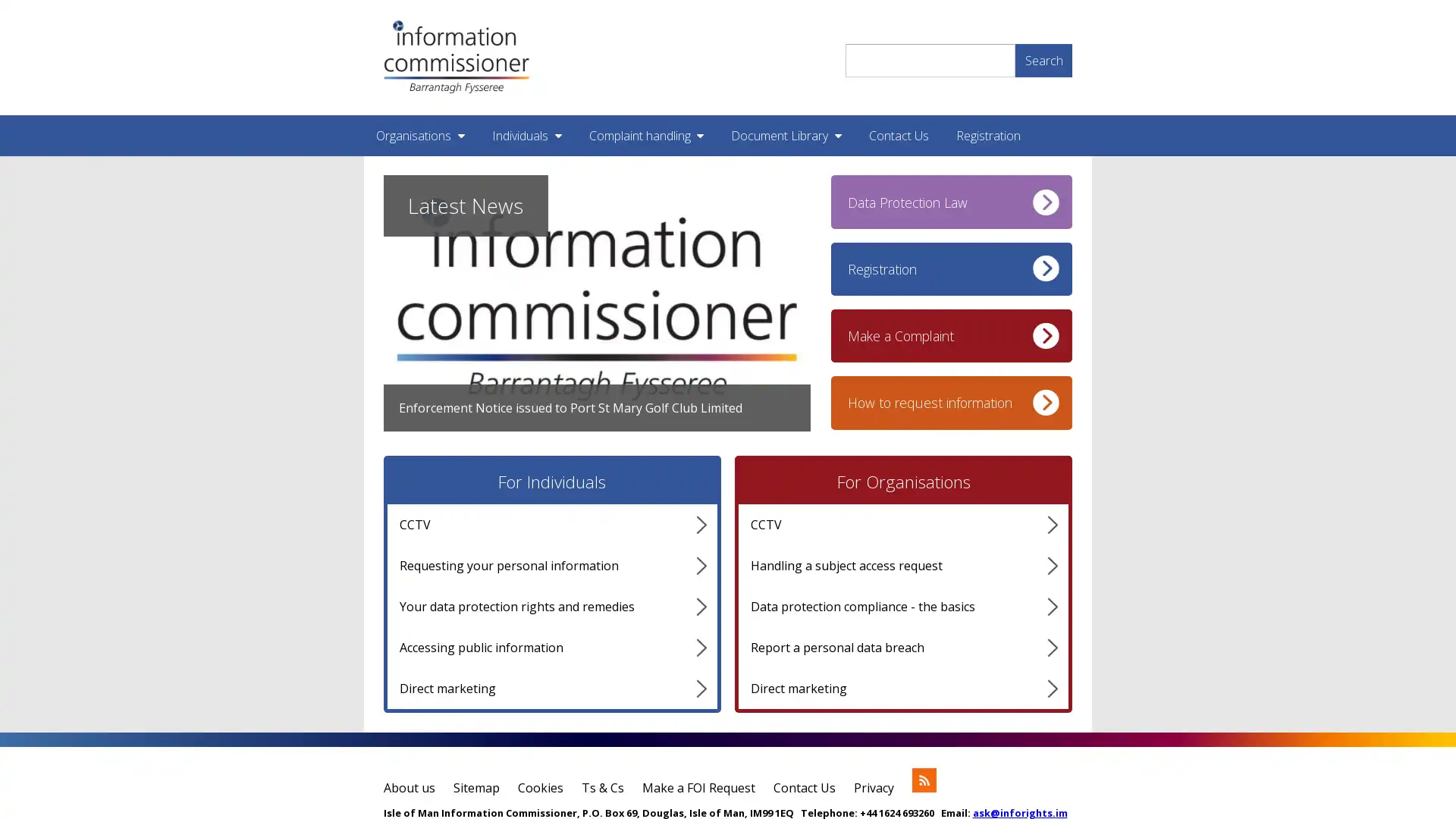 This screenshot has height=819, width=1456. Describe the element at coordinates (1043, 58) in the screenshot. I see `Search` at that location.